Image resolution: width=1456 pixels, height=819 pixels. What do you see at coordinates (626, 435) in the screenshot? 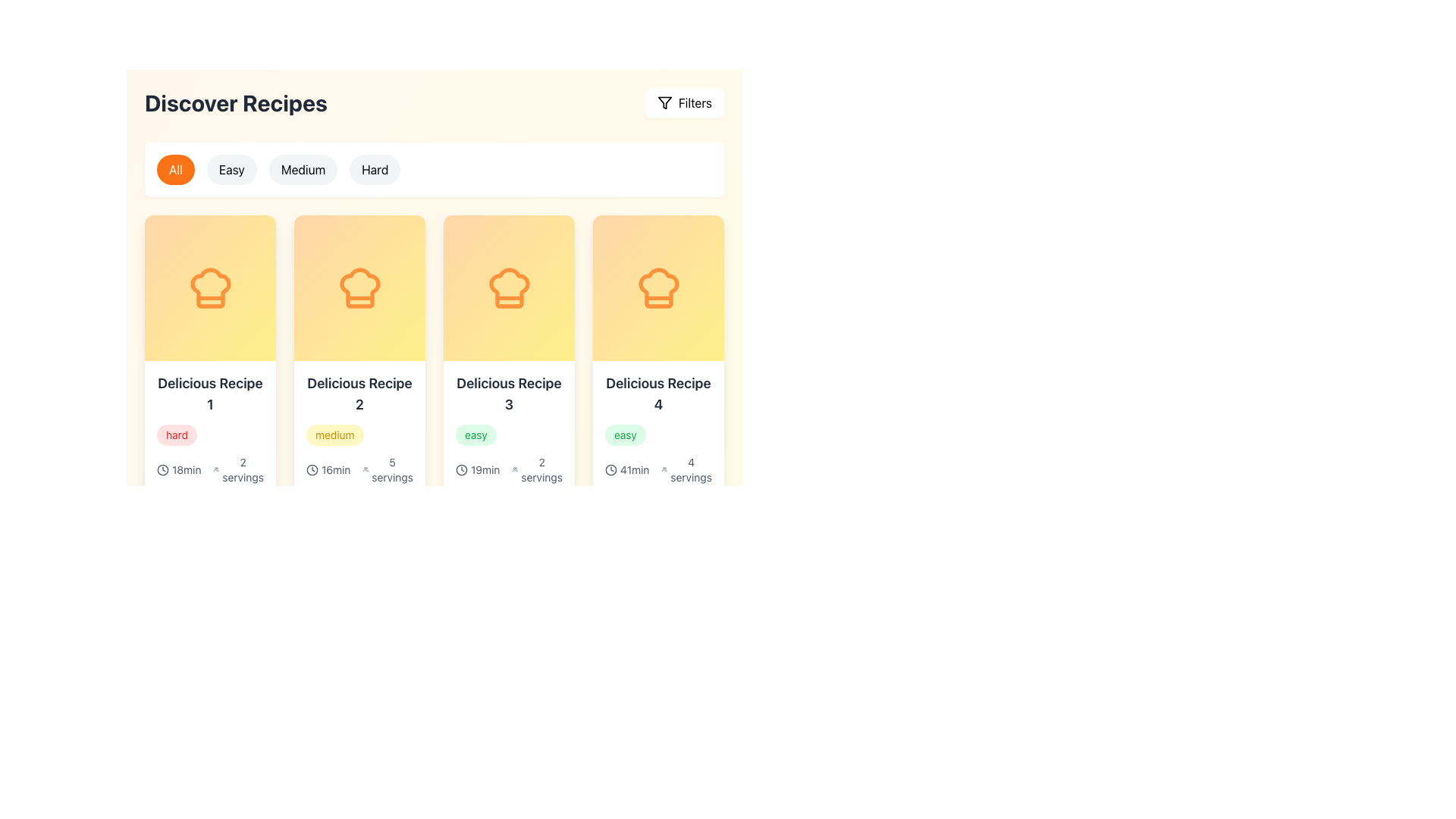
I see `the pill-shaped label with the text 'easy', which has a green font on a light green background, located in the bottom-middle part of the 'Delicious Recipe 4' card` at bounding box center [626, 435].